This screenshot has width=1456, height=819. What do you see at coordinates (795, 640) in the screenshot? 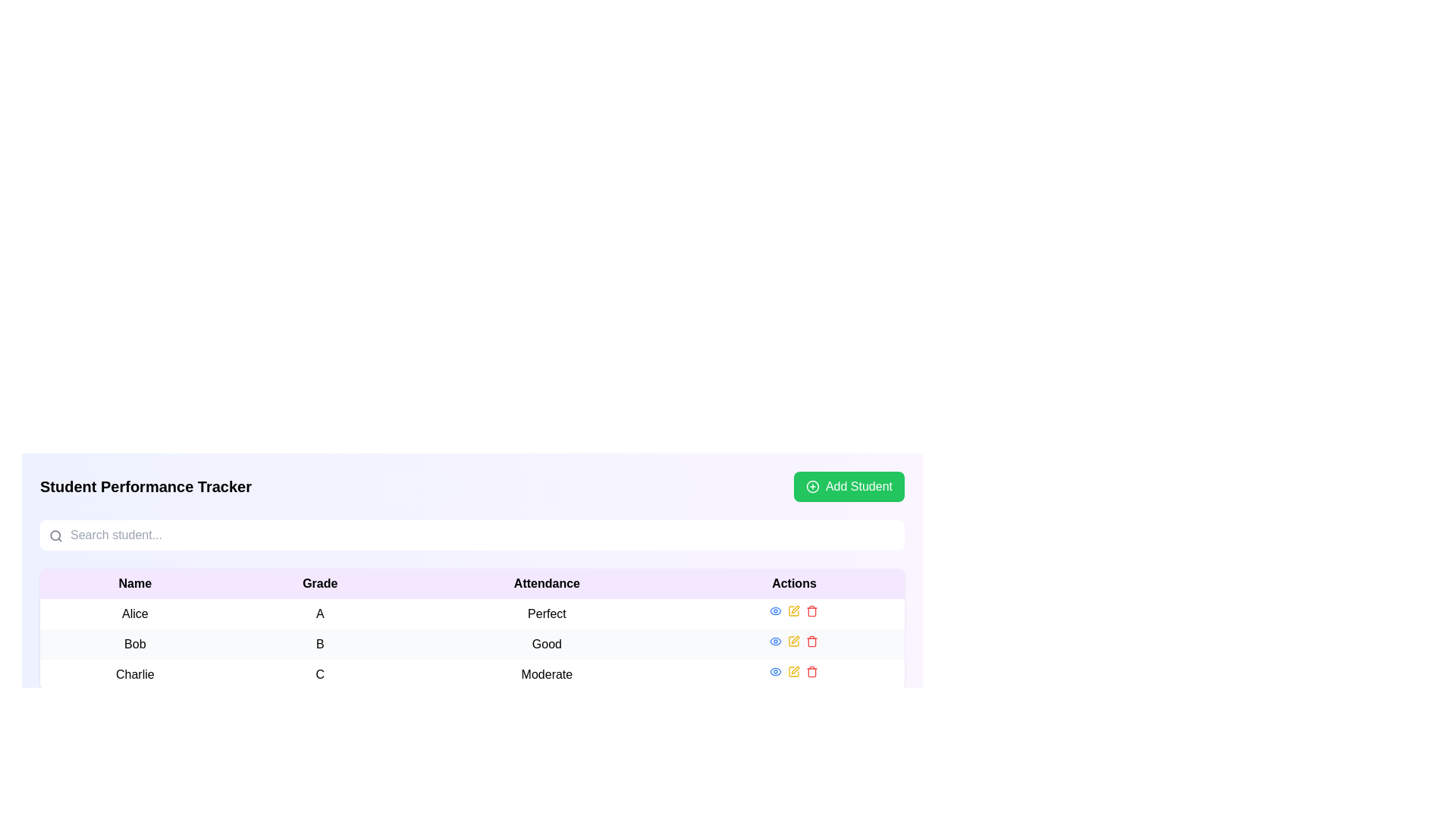
I see `the edit icon button in the 'Actions' column of the data table to initiate edit mode for the student record of 'Bob'` at bounding box center [795, 640].